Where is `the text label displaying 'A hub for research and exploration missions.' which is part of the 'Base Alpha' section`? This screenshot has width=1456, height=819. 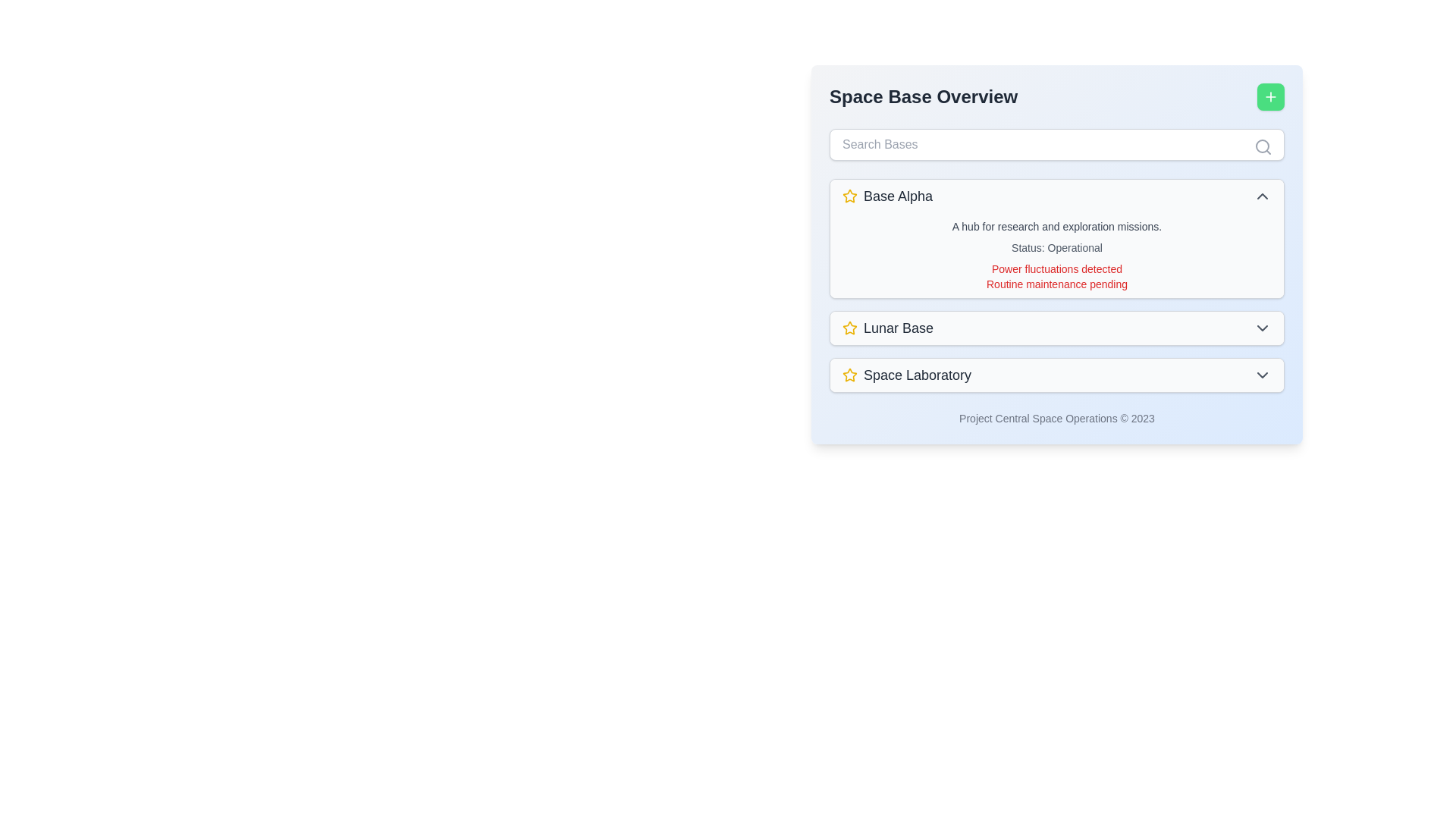
the text label displaying 'A hub for research and exploration missions.' which is part of the 'Base Alpha' section is located at coordinates (1056, 227).